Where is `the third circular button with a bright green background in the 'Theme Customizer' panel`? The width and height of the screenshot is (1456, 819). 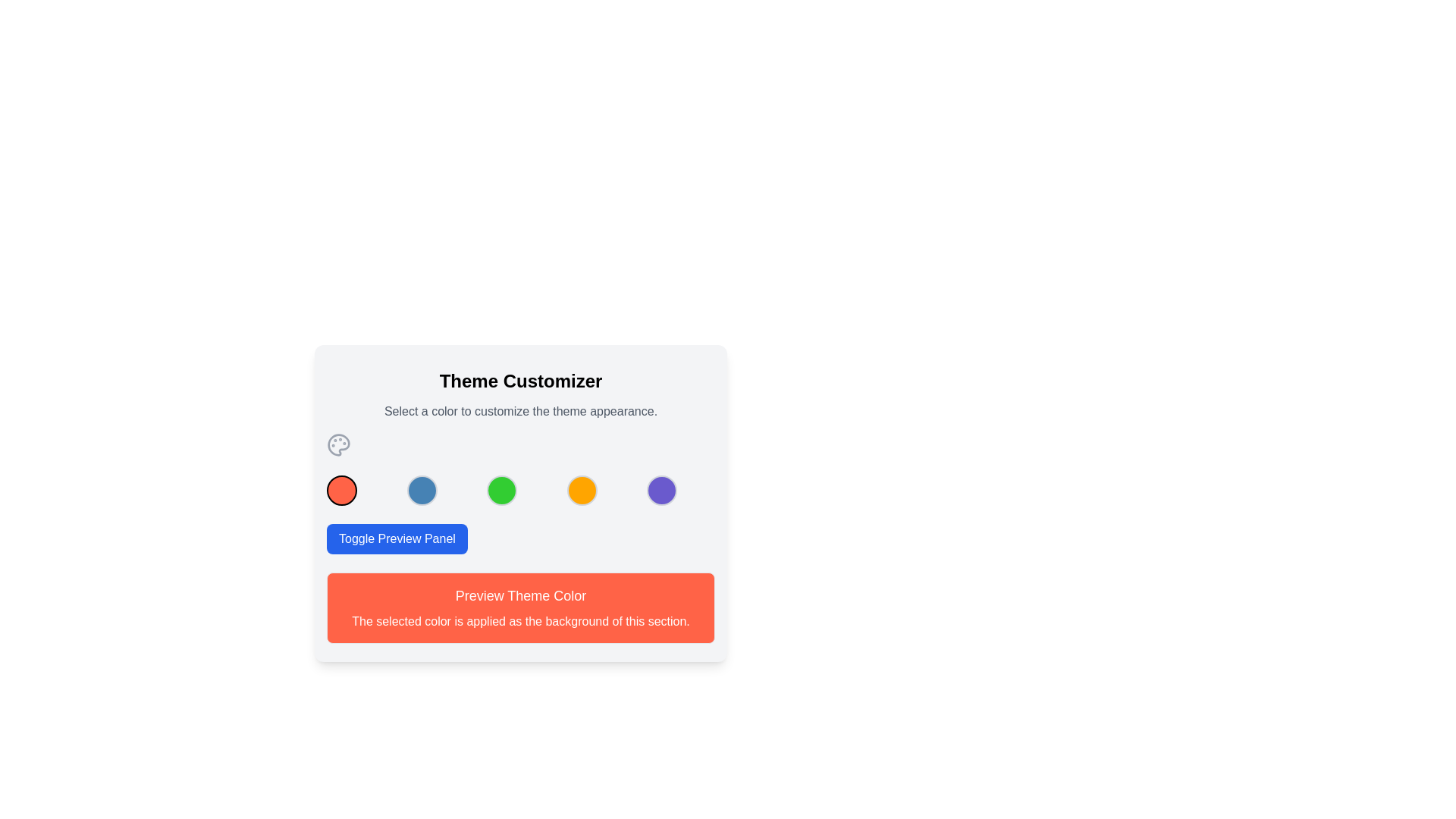 the third circular button with a bright green background in the 'Theme Customizer' panel is located at coordinates (502, 491).